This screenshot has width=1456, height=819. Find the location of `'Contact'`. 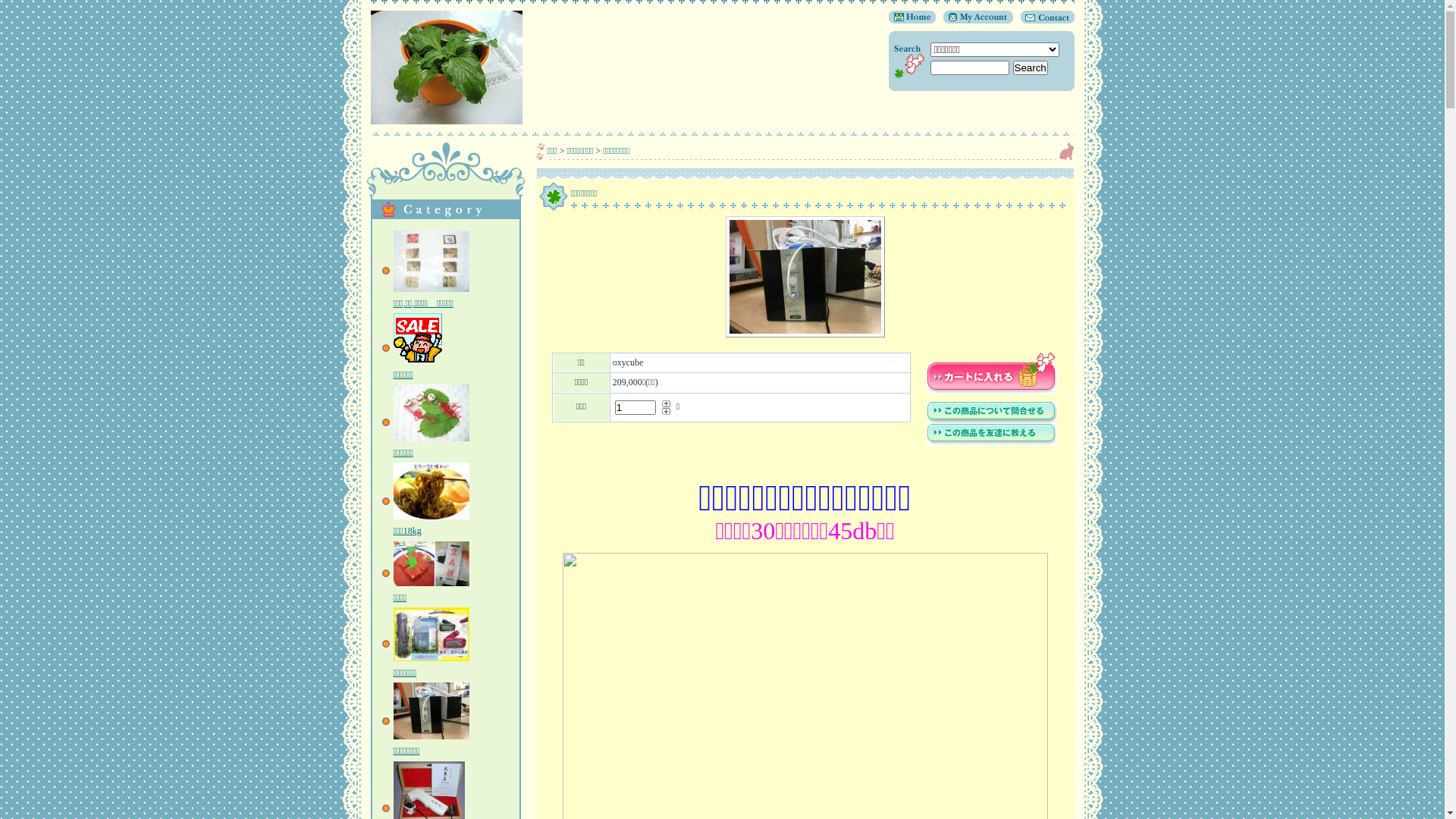

'Contact' is located at coordinates (1012, 20).